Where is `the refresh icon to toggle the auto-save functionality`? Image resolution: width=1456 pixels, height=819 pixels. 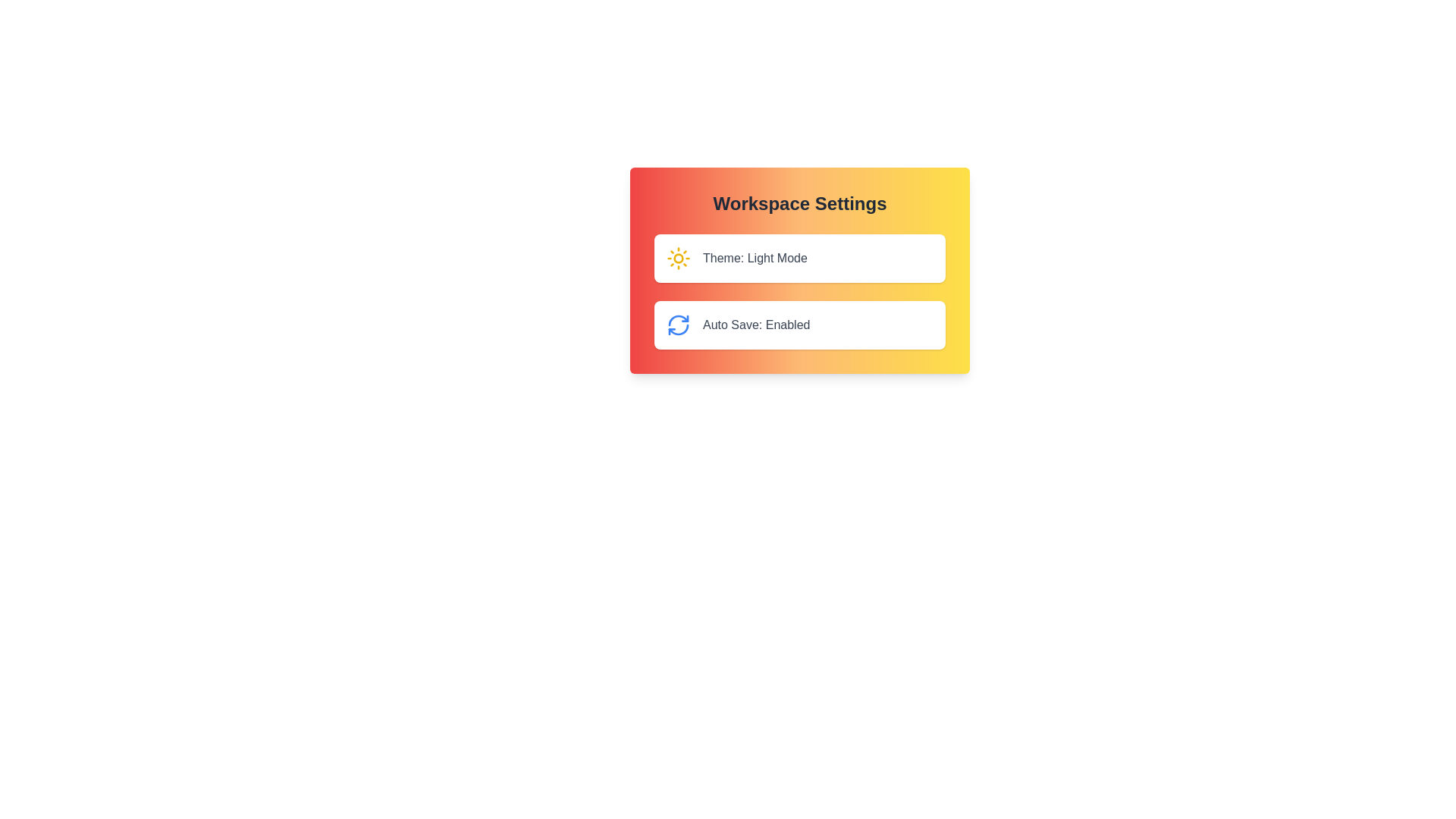 the refresh icon to toggle the auto-save functionality is located at coordinates (677, 324).